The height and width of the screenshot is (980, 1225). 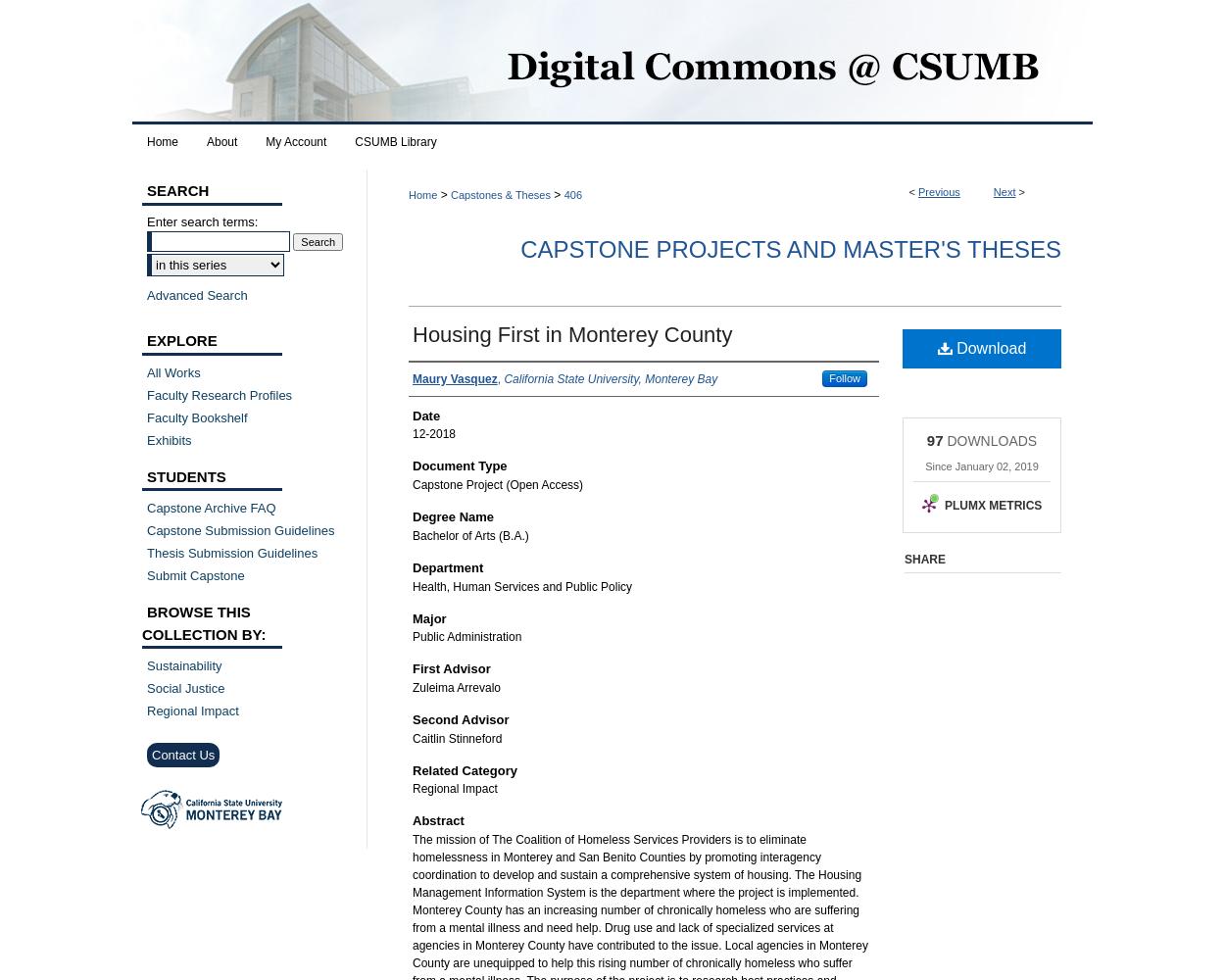 I want to click on 'DOWNLOADS', so click(x=990, y=439).